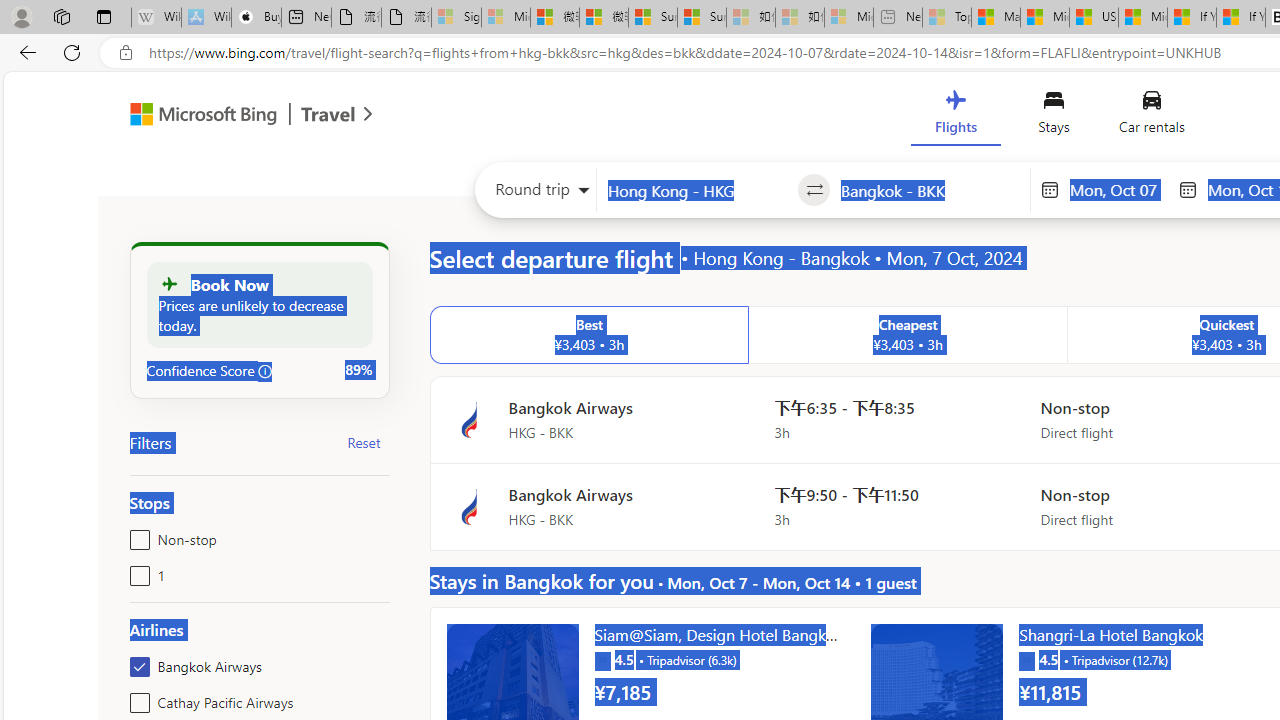 This screenshot has width=1280, height=720. Describe the element at coordinates (468, 506) in the screenshot. I see `'Flight logo'` at that location.